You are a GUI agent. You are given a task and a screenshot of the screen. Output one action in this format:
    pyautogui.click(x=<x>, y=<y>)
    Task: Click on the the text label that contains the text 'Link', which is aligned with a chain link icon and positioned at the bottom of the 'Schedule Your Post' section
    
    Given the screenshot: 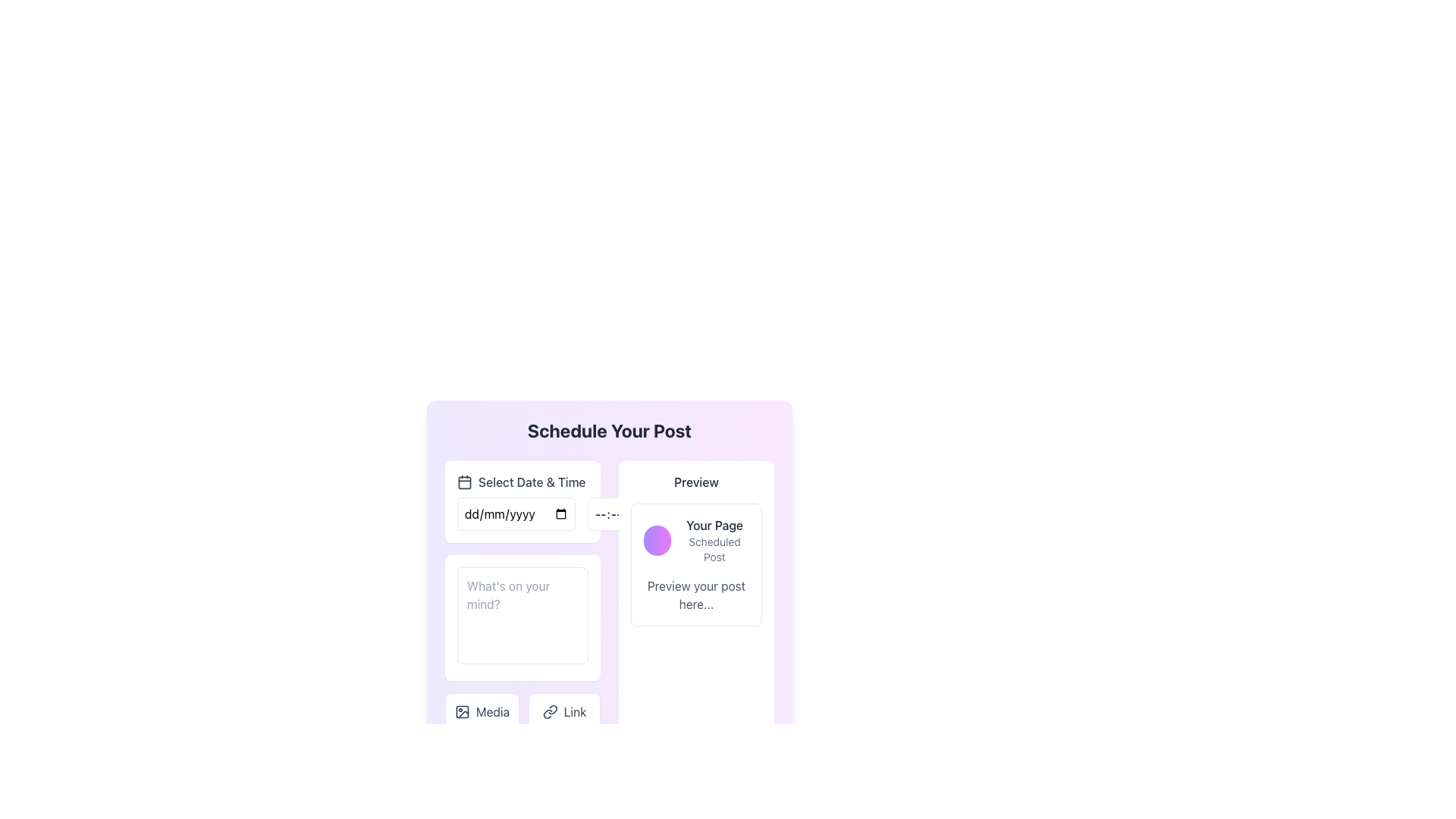 What is the action you would take?
    pyautogui.click(x=574, y=711)
    